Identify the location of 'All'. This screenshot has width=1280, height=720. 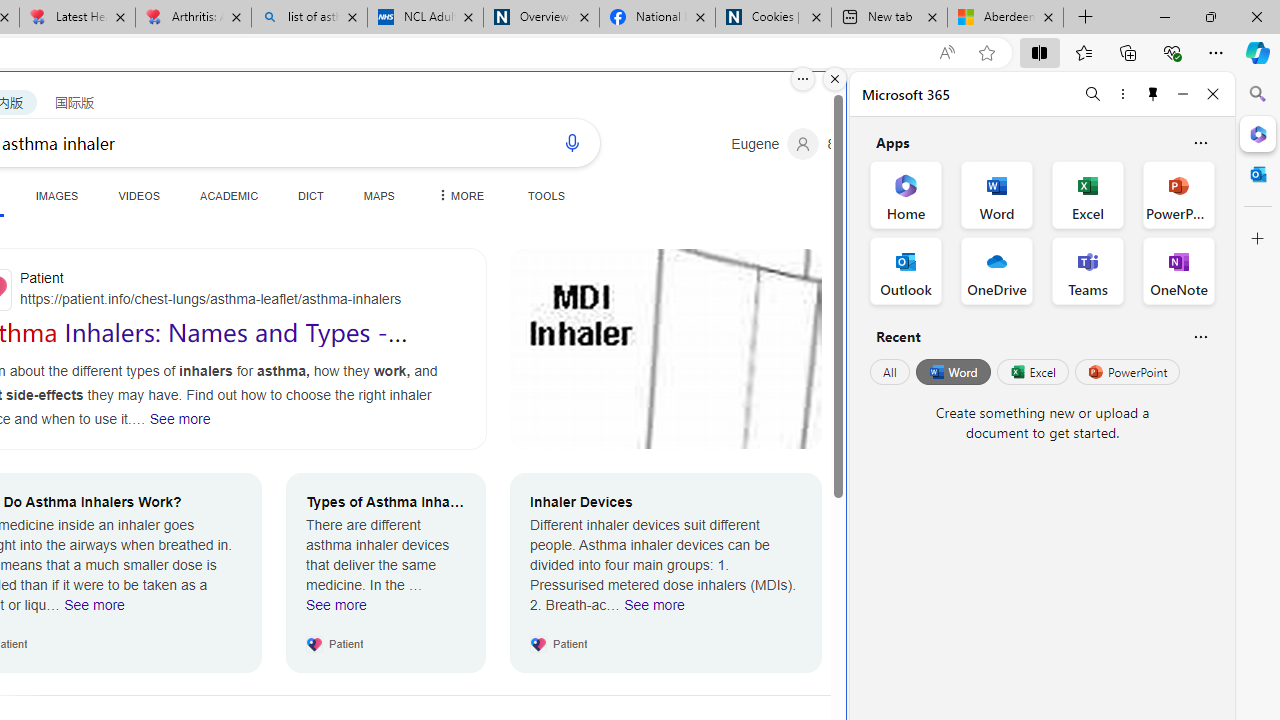
(889, 372).